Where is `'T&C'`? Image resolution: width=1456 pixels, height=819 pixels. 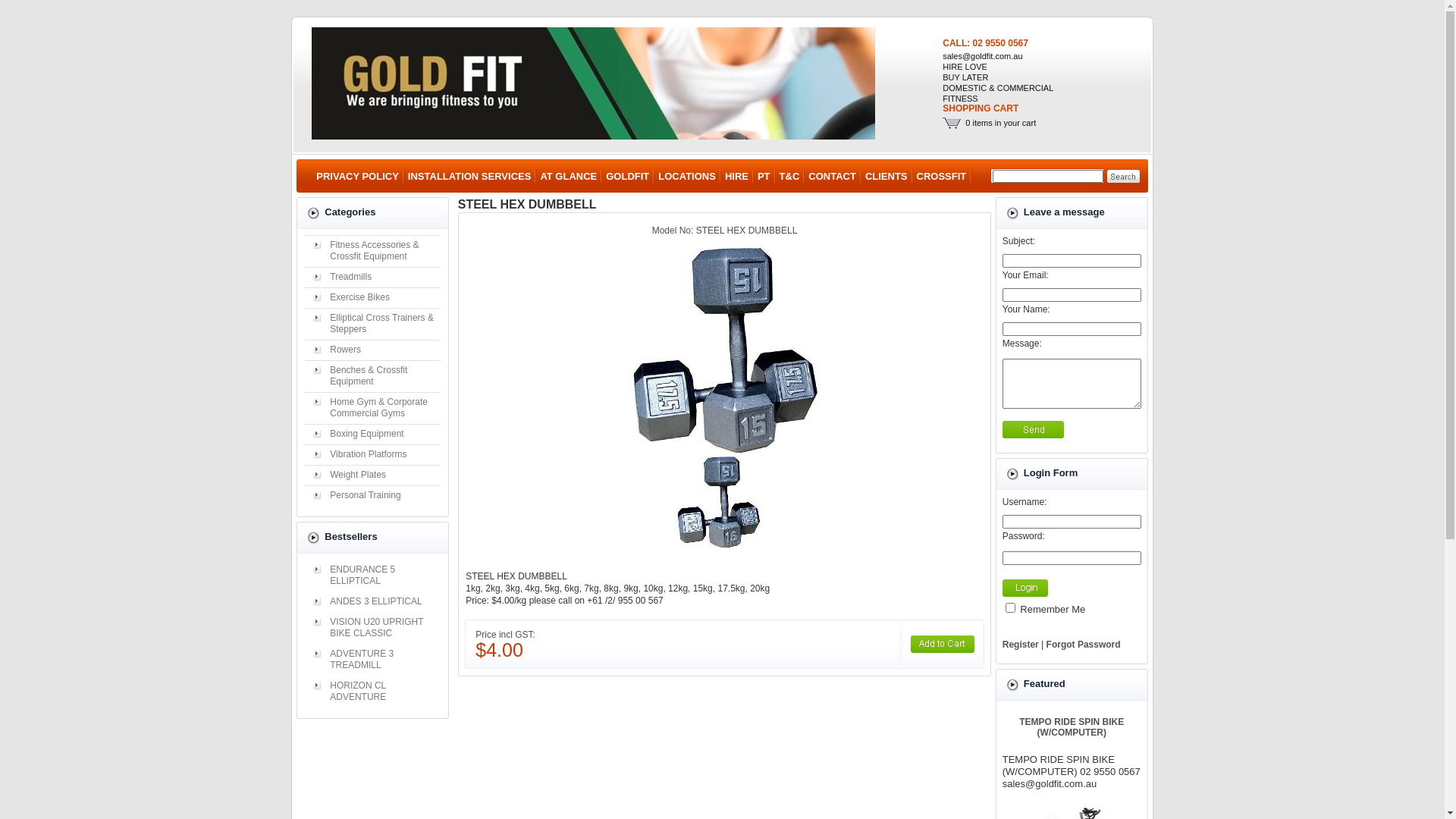
'T&C' is located at coordinates (789, 174).